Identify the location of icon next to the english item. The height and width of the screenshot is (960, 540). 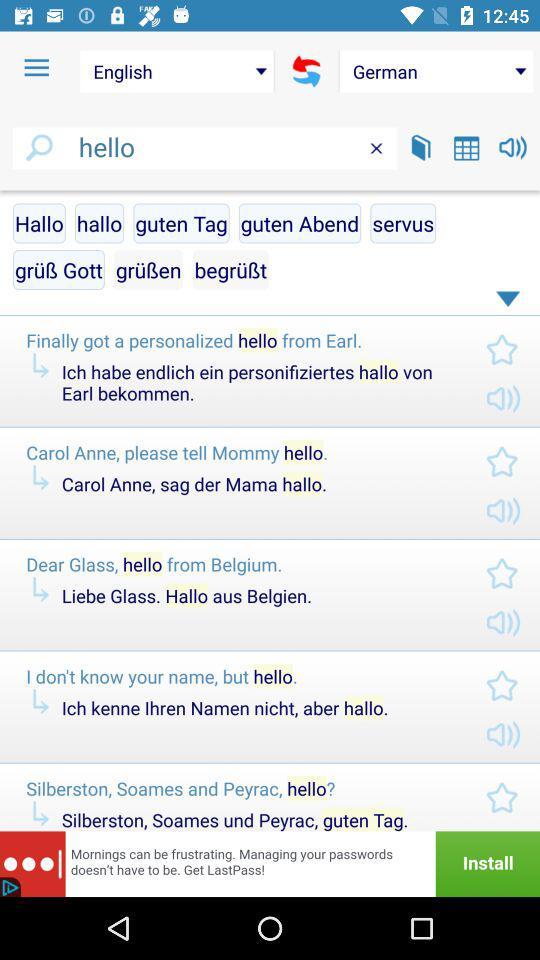
(36, 68).